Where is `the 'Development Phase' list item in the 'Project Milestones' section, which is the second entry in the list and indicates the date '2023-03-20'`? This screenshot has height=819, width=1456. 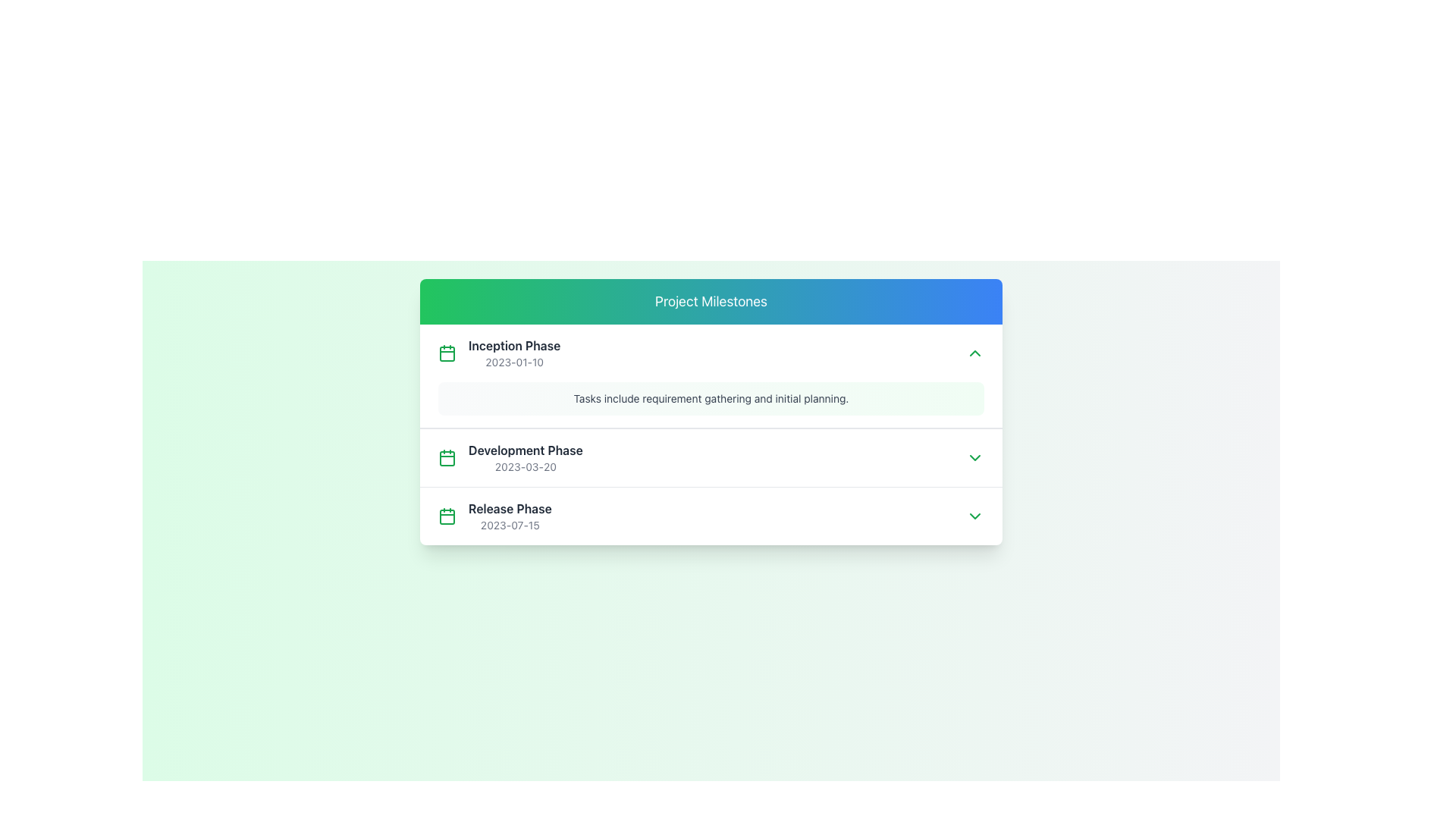
the 'Development Phase' list item in the 'Project Milestones' section, which is the second entry in the list and indicates the date '2023-03-20' is located at coordinates (510, 457).